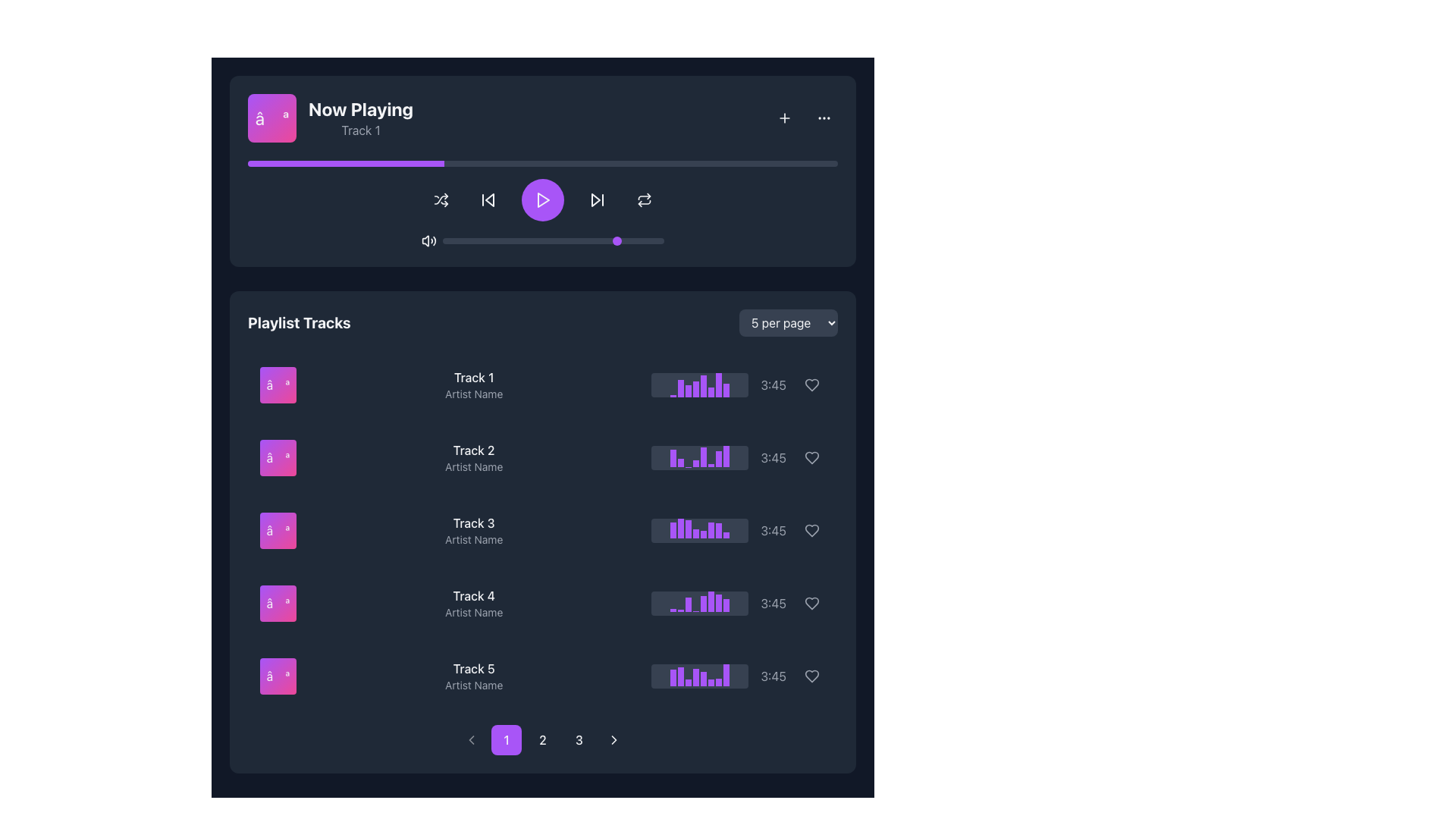 Image resolution: width=1456 pixels, height=819 pixels. I want to click on the third graphical bar in the bar chart representation, which indicates data such as track popularity or play count, located adjacent to the track time display of 'Track 4', so click(688, 604).